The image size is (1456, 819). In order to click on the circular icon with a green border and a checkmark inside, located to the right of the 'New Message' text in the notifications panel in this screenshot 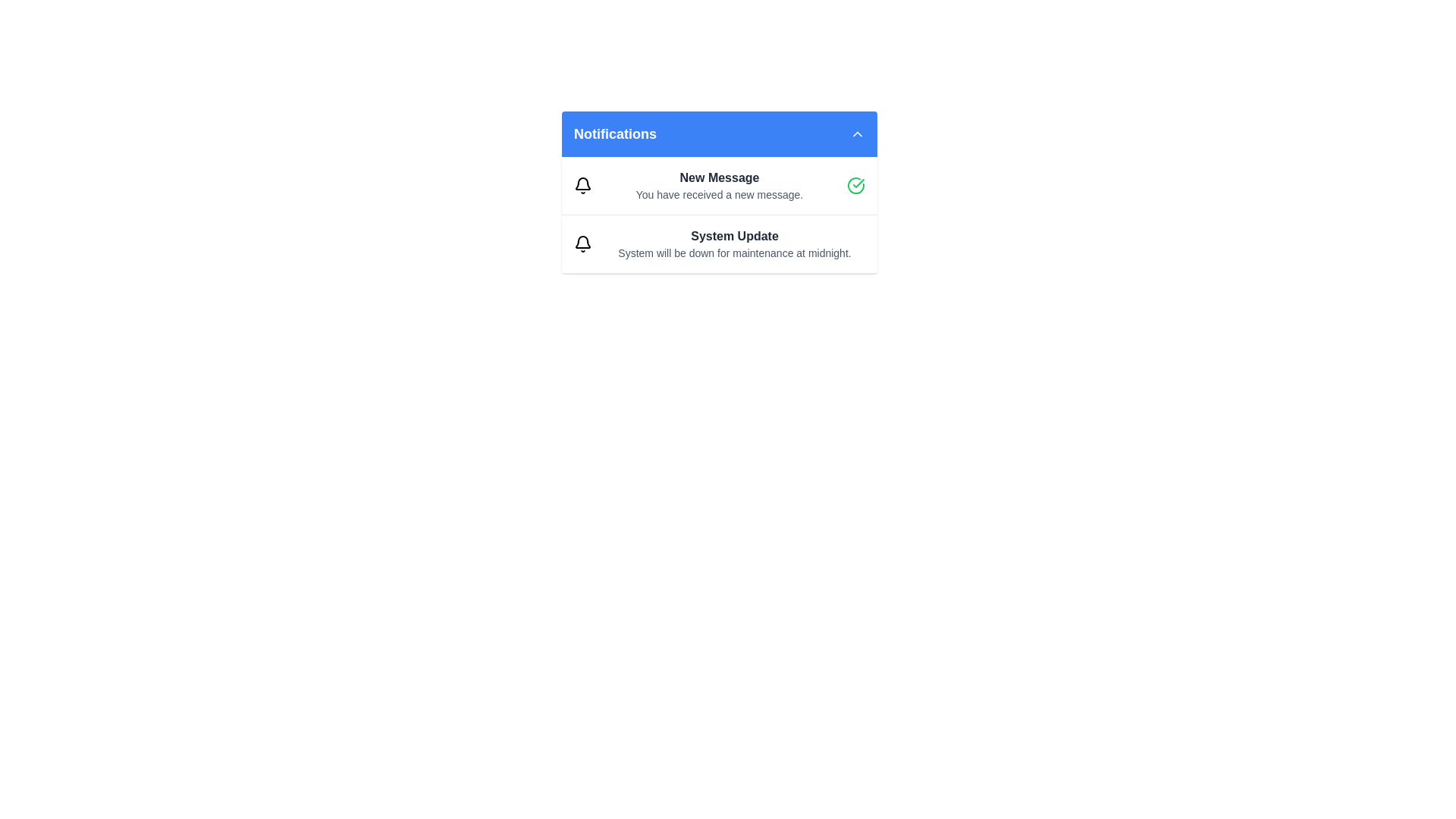, I will do `click(855, 185)`.